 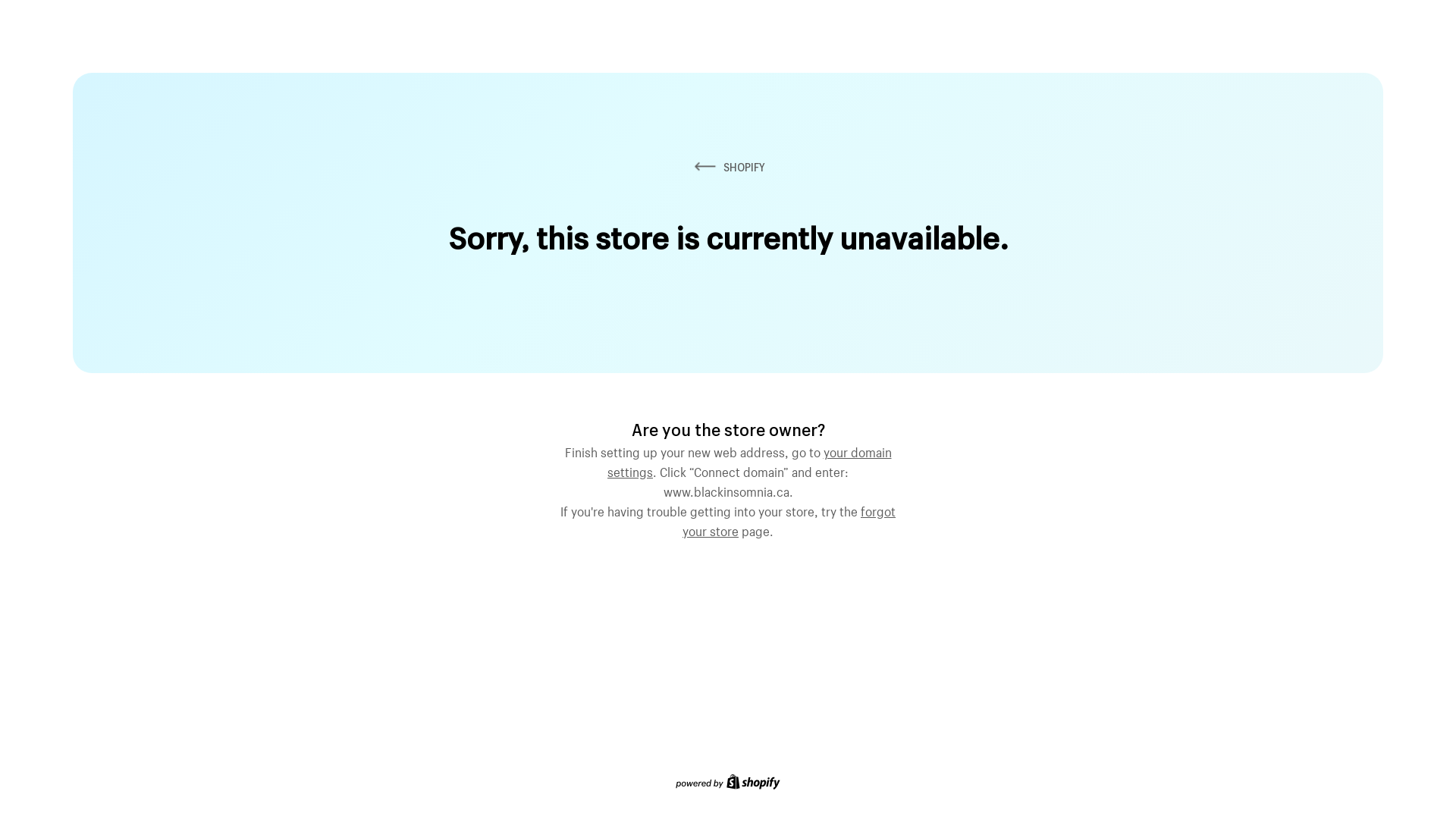 I want to click on 'SHOPIFY', so click(x=728, y=167).